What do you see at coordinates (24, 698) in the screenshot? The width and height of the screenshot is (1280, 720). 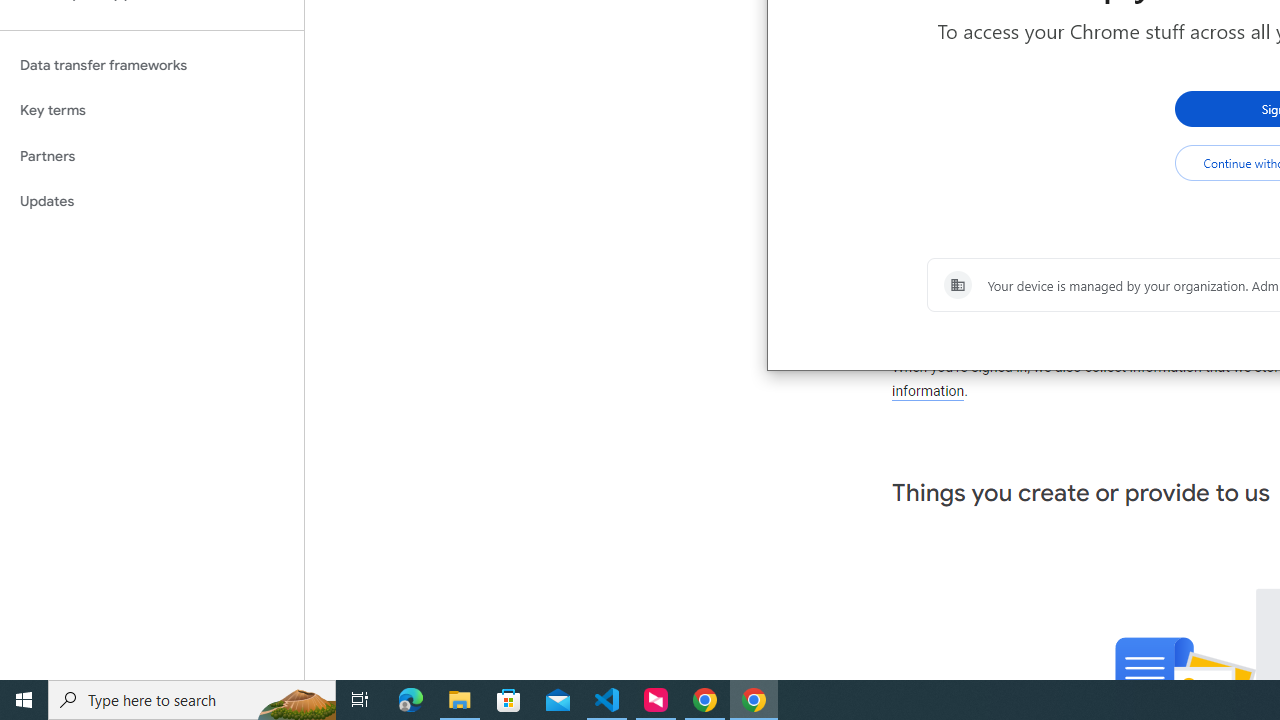 I see `'Start'` at bounding box center [24, 698].